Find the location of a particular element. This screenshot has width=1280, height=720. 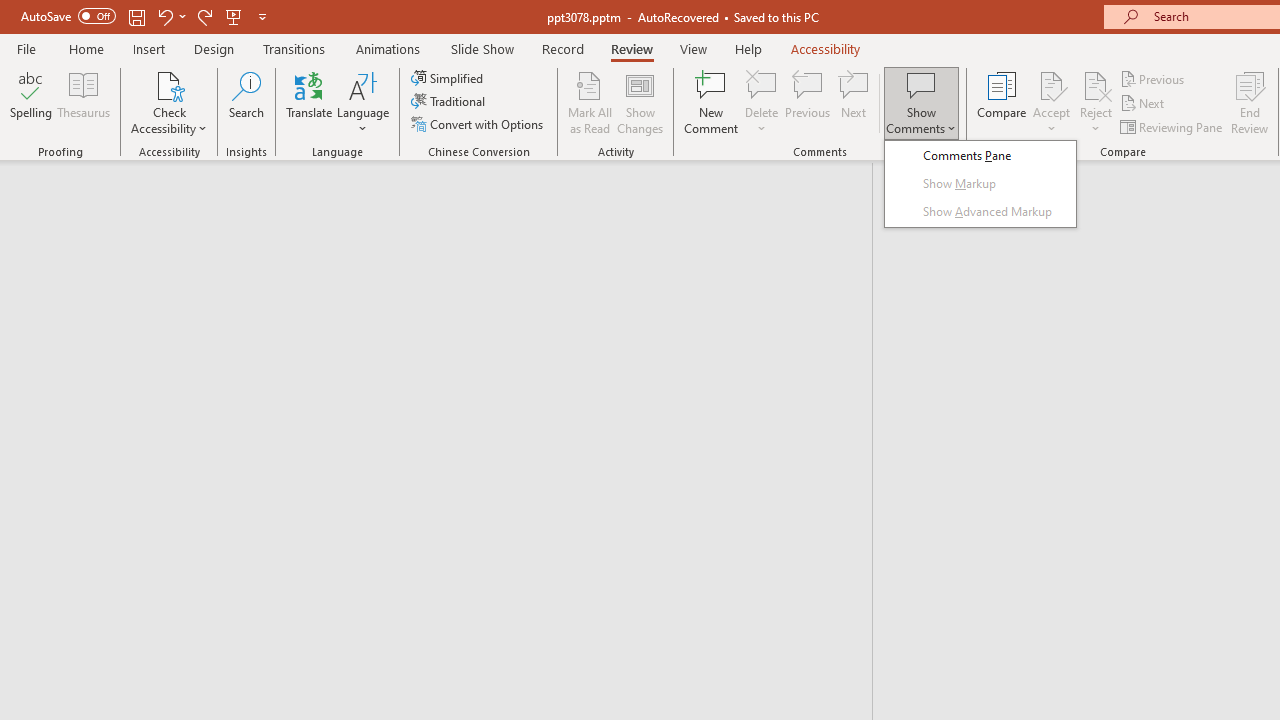

'Simplified' is located at coordinates (448, 77).